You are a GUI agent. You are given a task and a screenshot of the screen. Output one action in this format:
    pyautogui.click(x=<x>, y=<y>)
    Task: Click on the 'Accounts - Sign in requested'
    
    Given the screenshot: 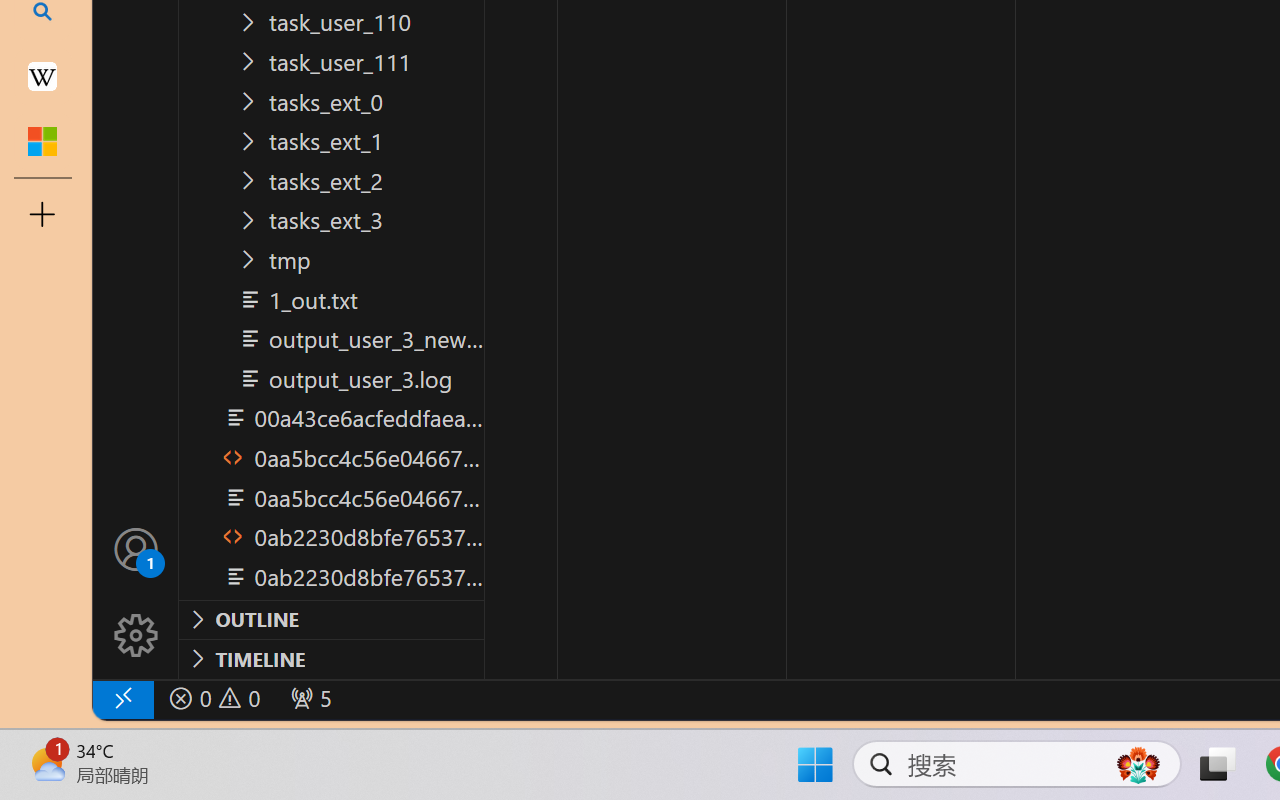 What is the action you would take?
    pyautogui.click(x=134, y=548)
    